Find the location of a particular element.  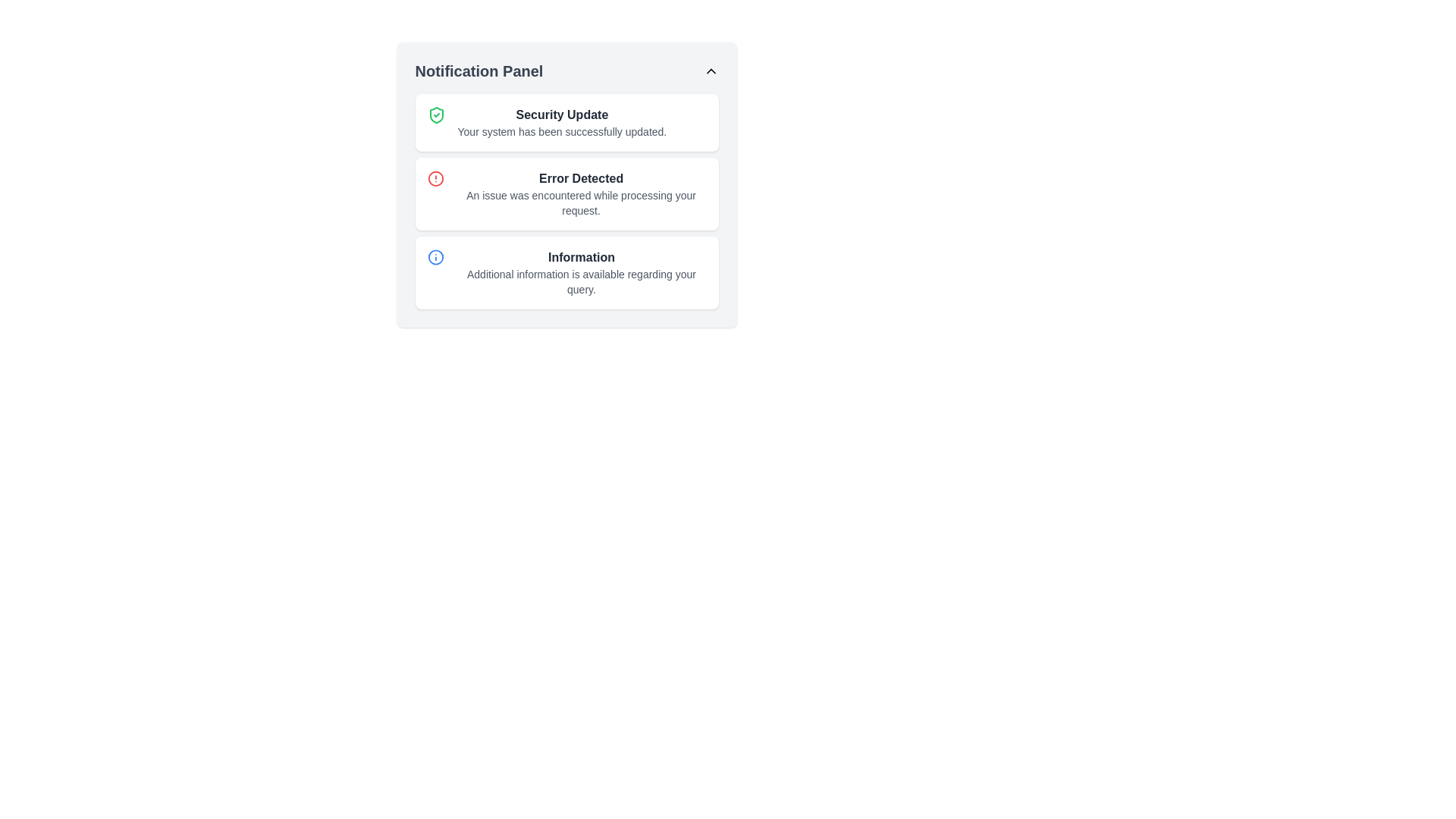

the individual notifications in the Notification Panel, which has a white background and contains blocks for 'Security Update', 'Error Detected', and 'Information' is located at coordinates (566, 184).